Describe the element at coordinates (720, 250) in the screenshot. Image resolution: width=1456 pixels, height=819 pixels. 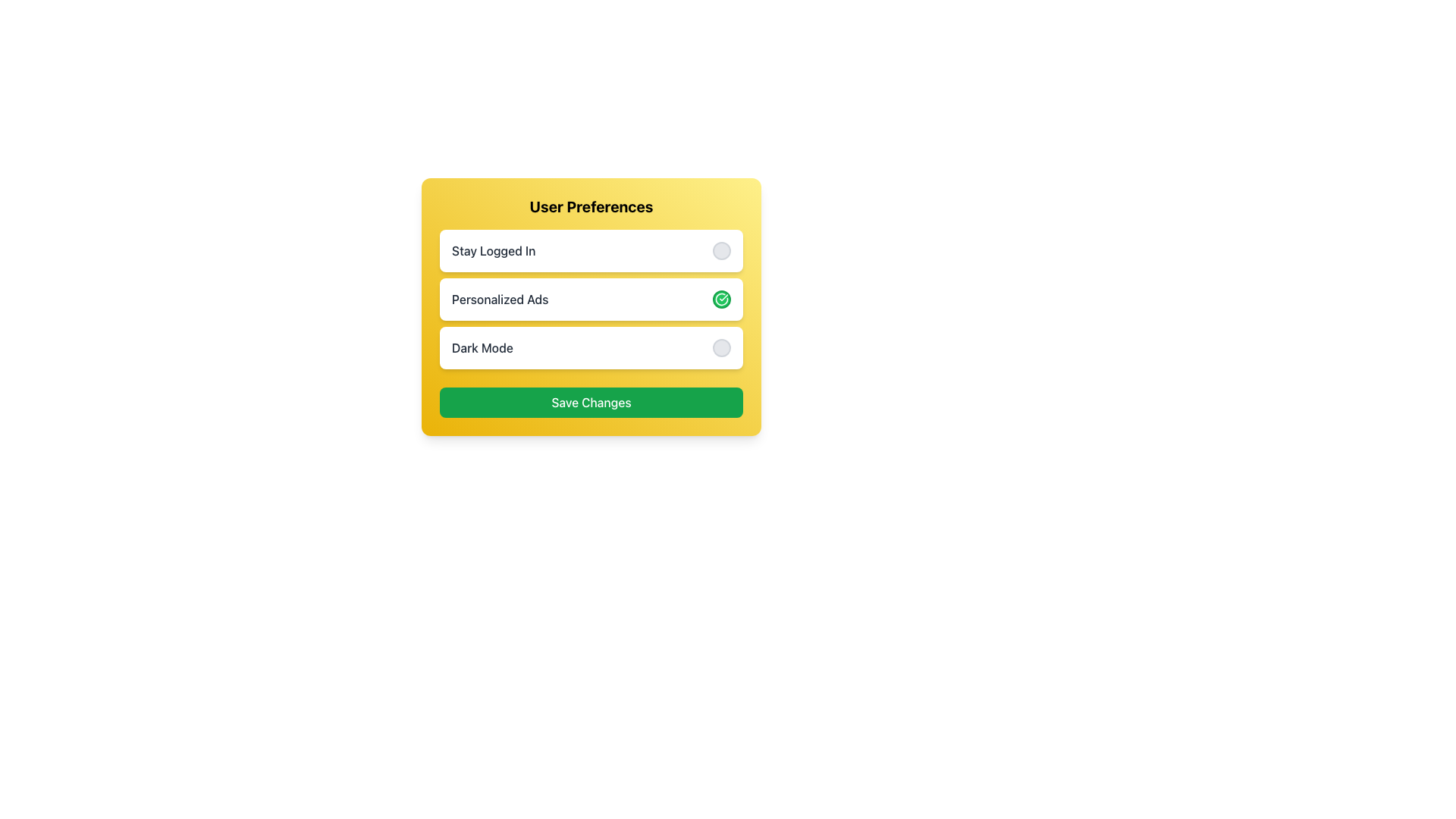
I see `the toggle button for the 'Stay Logged In' preference located in the top right corner of its row` at that location.